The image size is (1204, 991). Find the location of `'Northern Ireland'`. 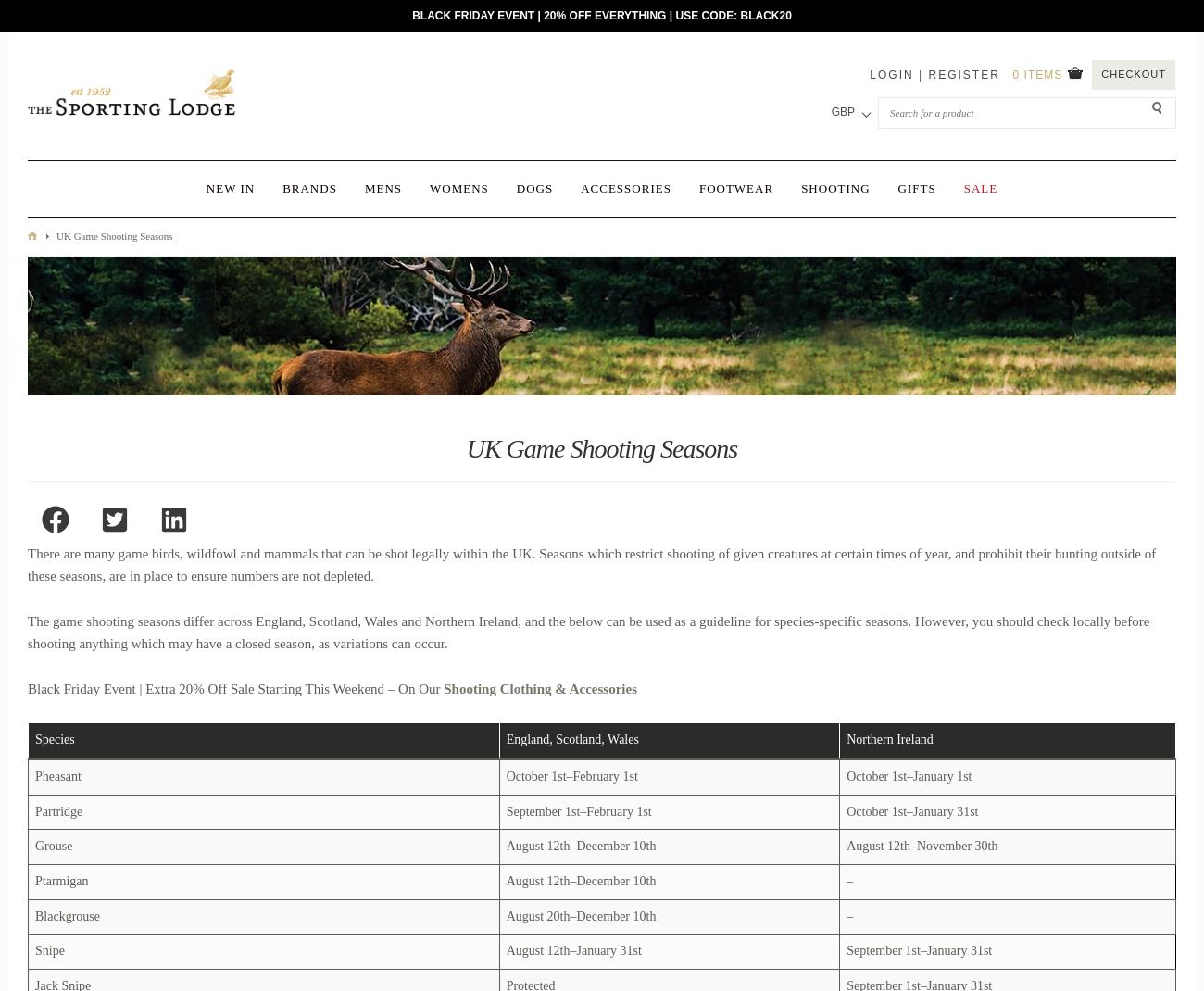

'Northern Ireland' is located at coordinates (889, 738).